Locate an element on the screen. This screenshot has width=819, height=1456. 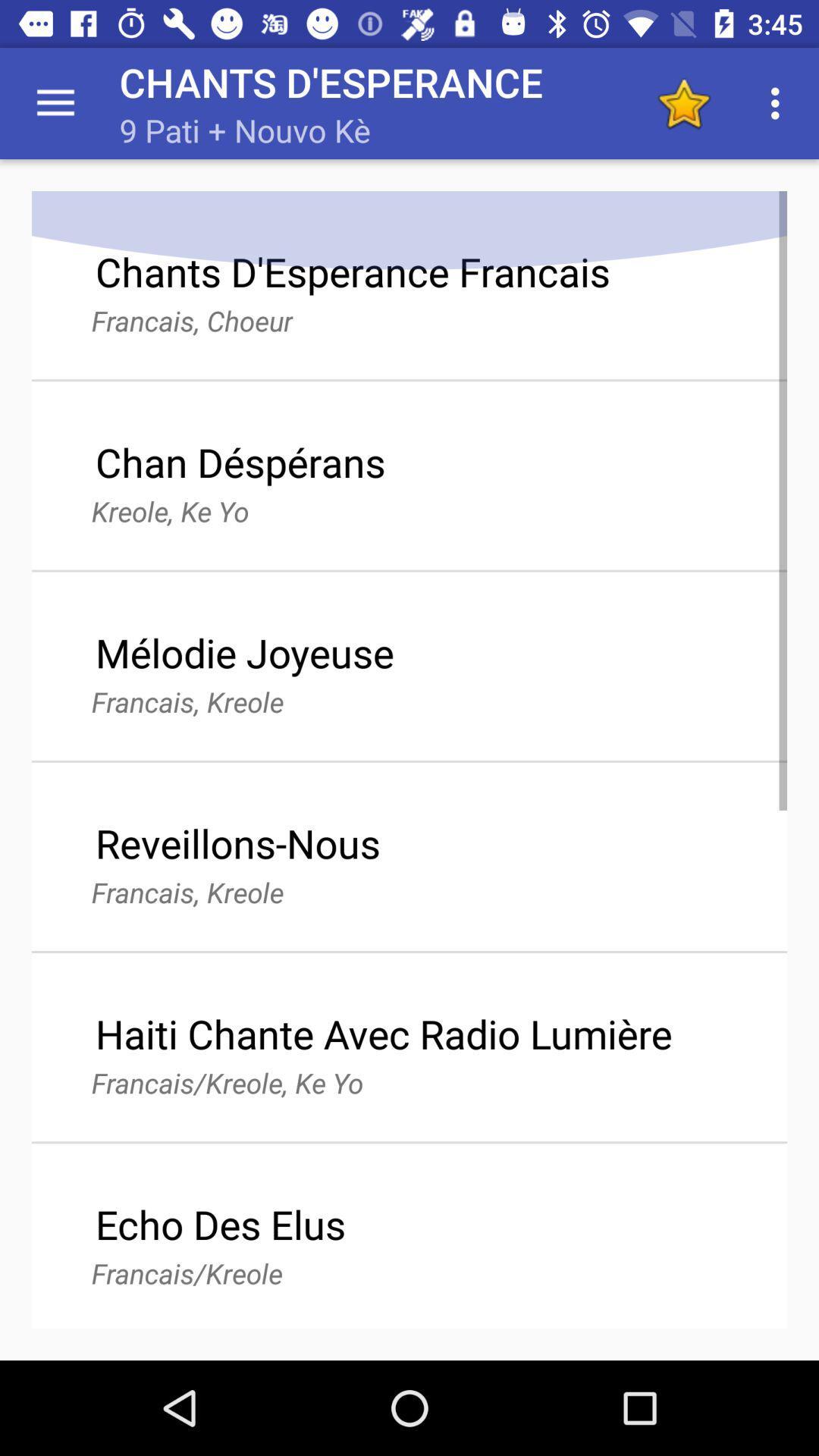
toggle is located at coordinates (683, 102).